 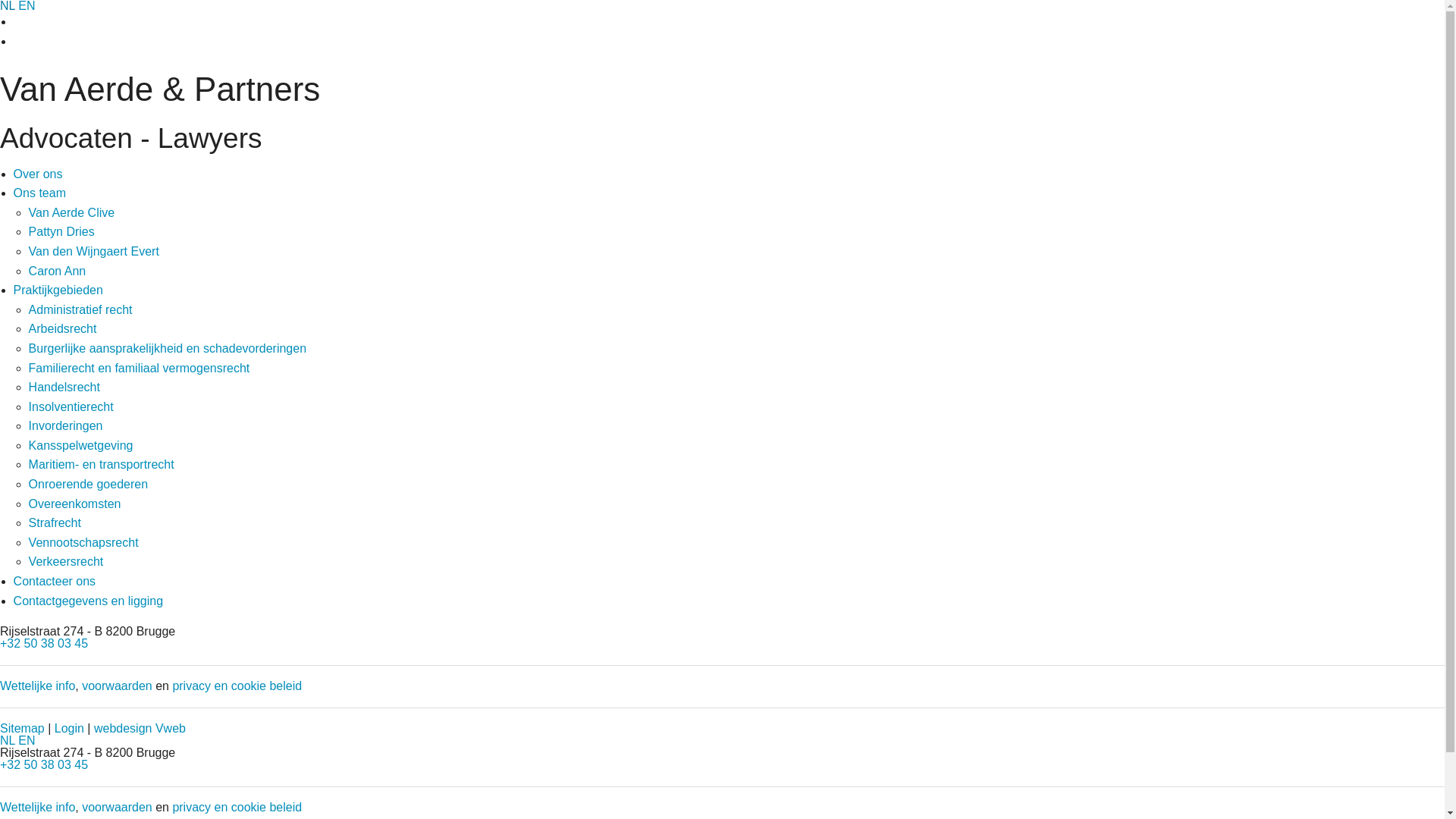 I want to click on 'Vennootschapsrecht', so click(x=83, y=541).